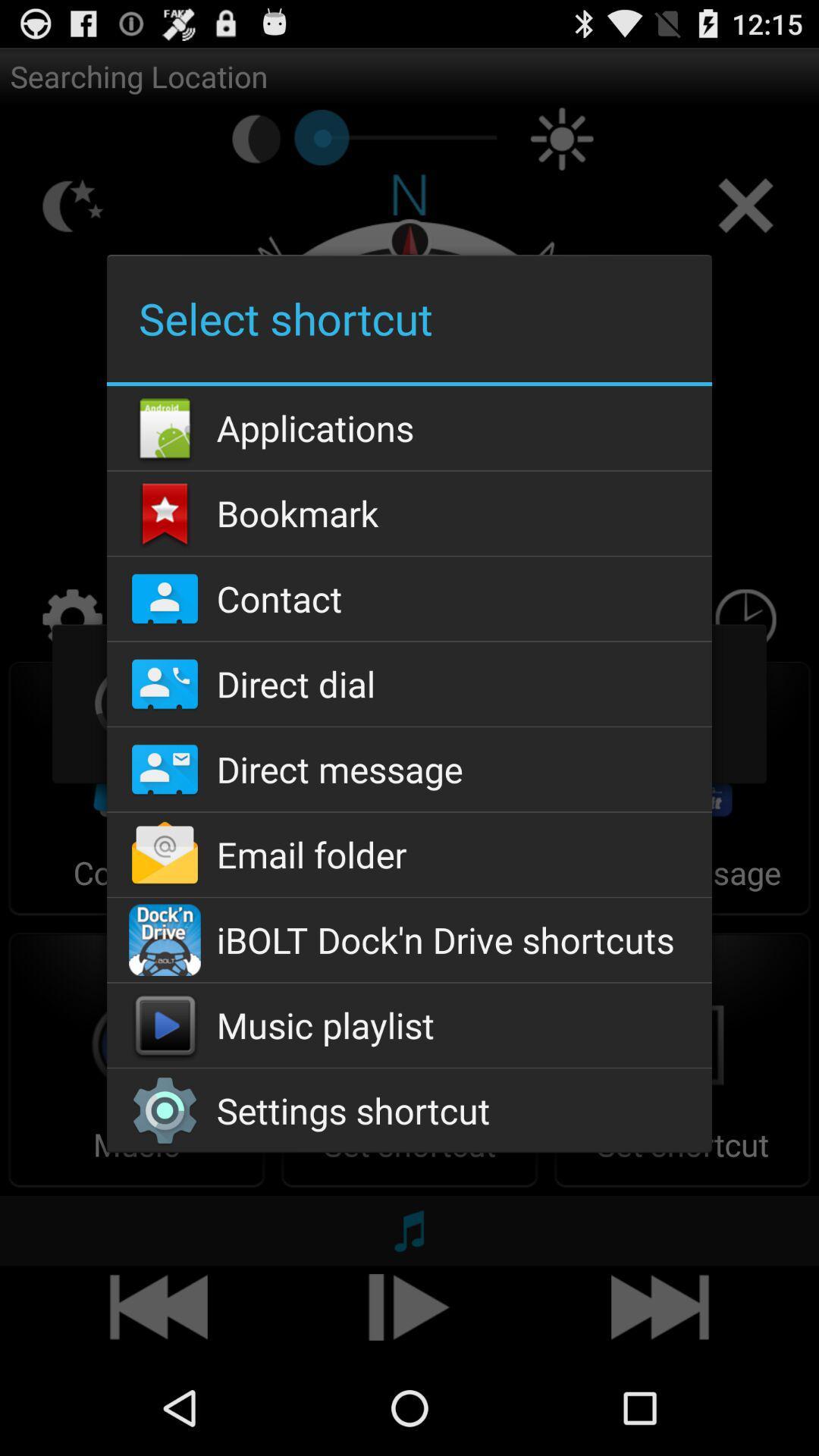 The image size is (819, 1456). I want to click on the app below email folder, so click(409, 939).